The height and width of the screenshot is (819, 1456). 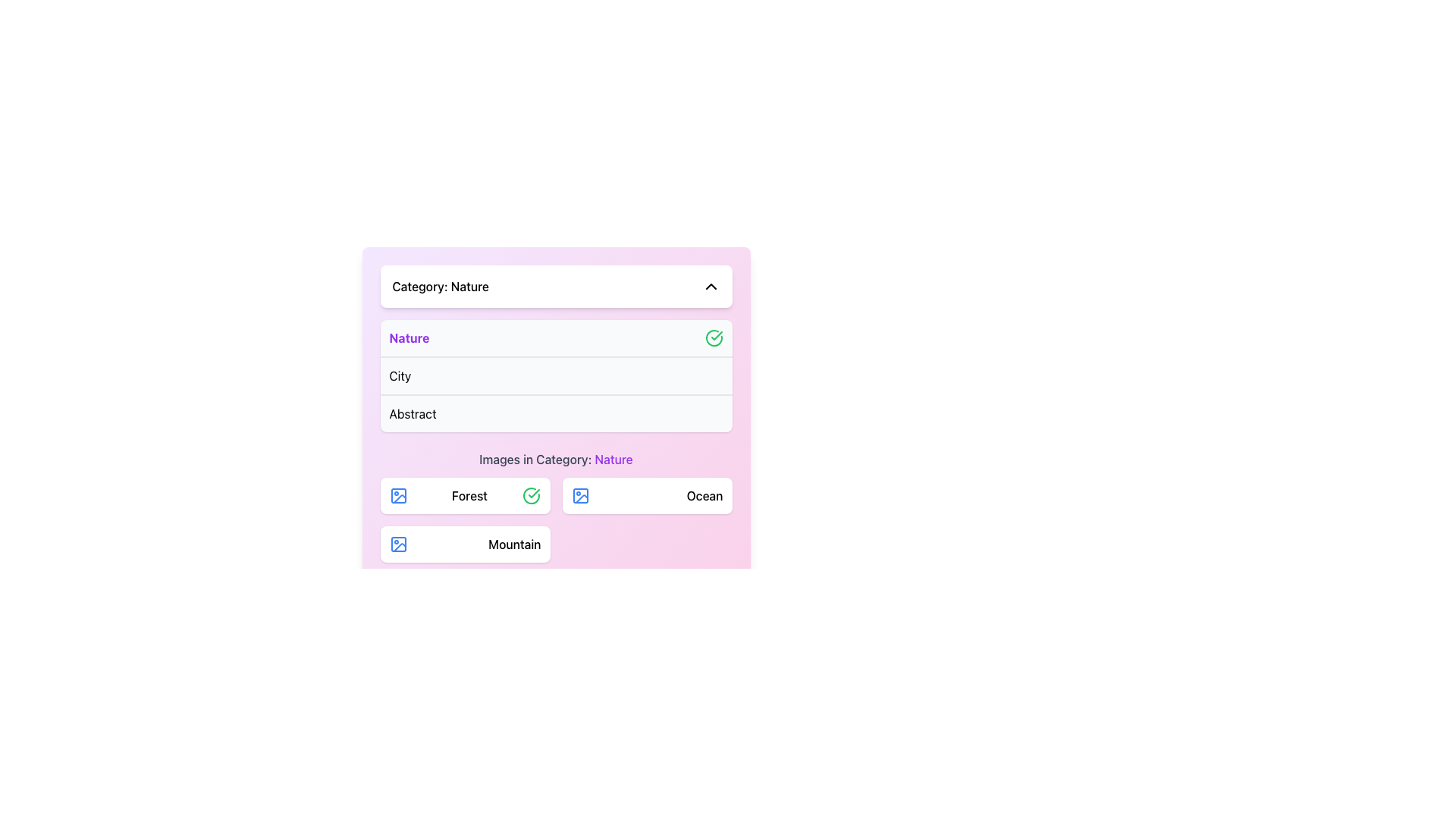 I want to click on the circular graphical icon indicating the selection status of the 'Forest' category in the 'Images in Category: Nature' section, so click(x=713, y=337).